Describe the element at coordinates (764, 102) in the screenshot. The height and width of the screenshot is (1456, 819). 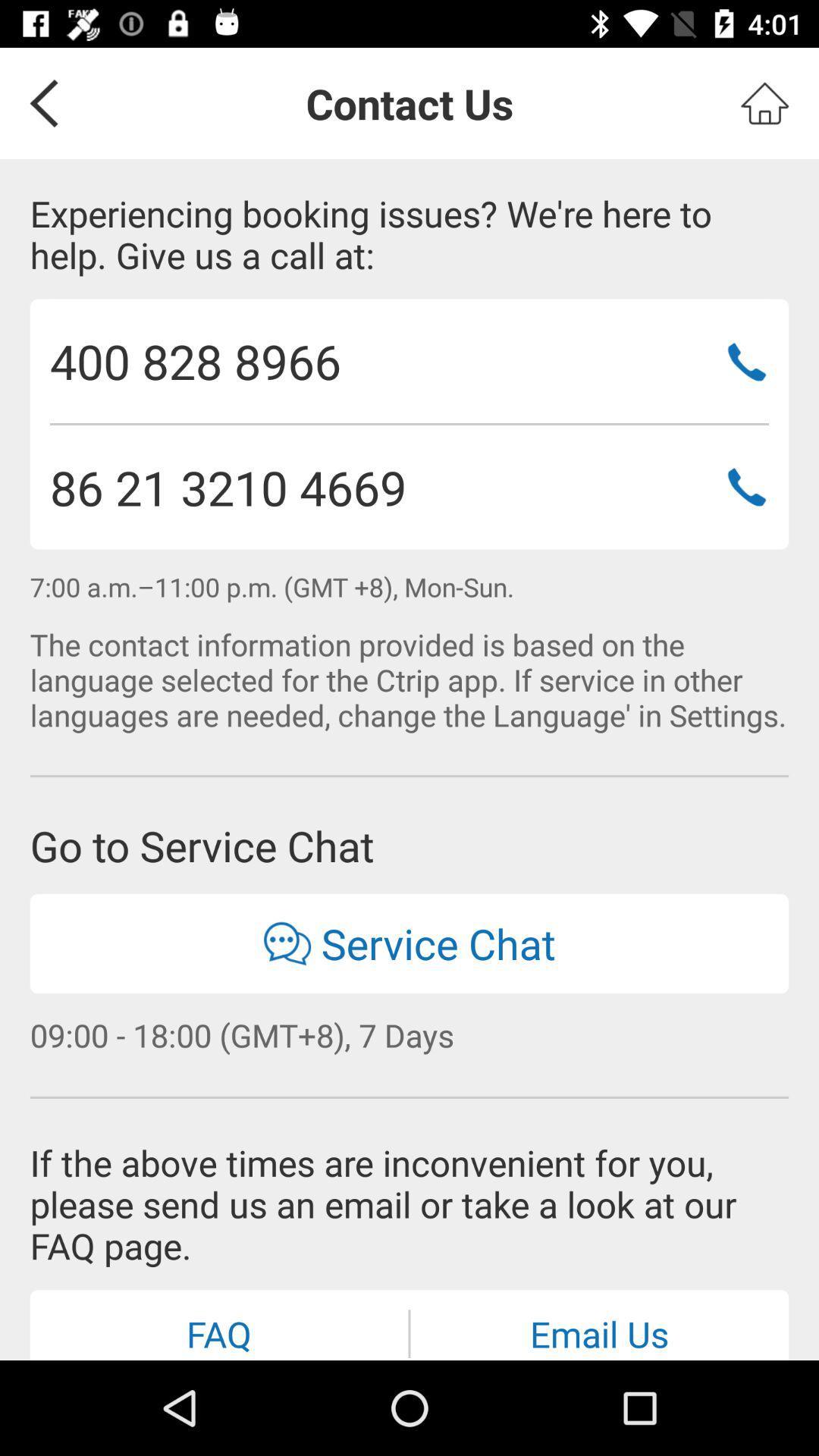
I see `home screen` at that location.